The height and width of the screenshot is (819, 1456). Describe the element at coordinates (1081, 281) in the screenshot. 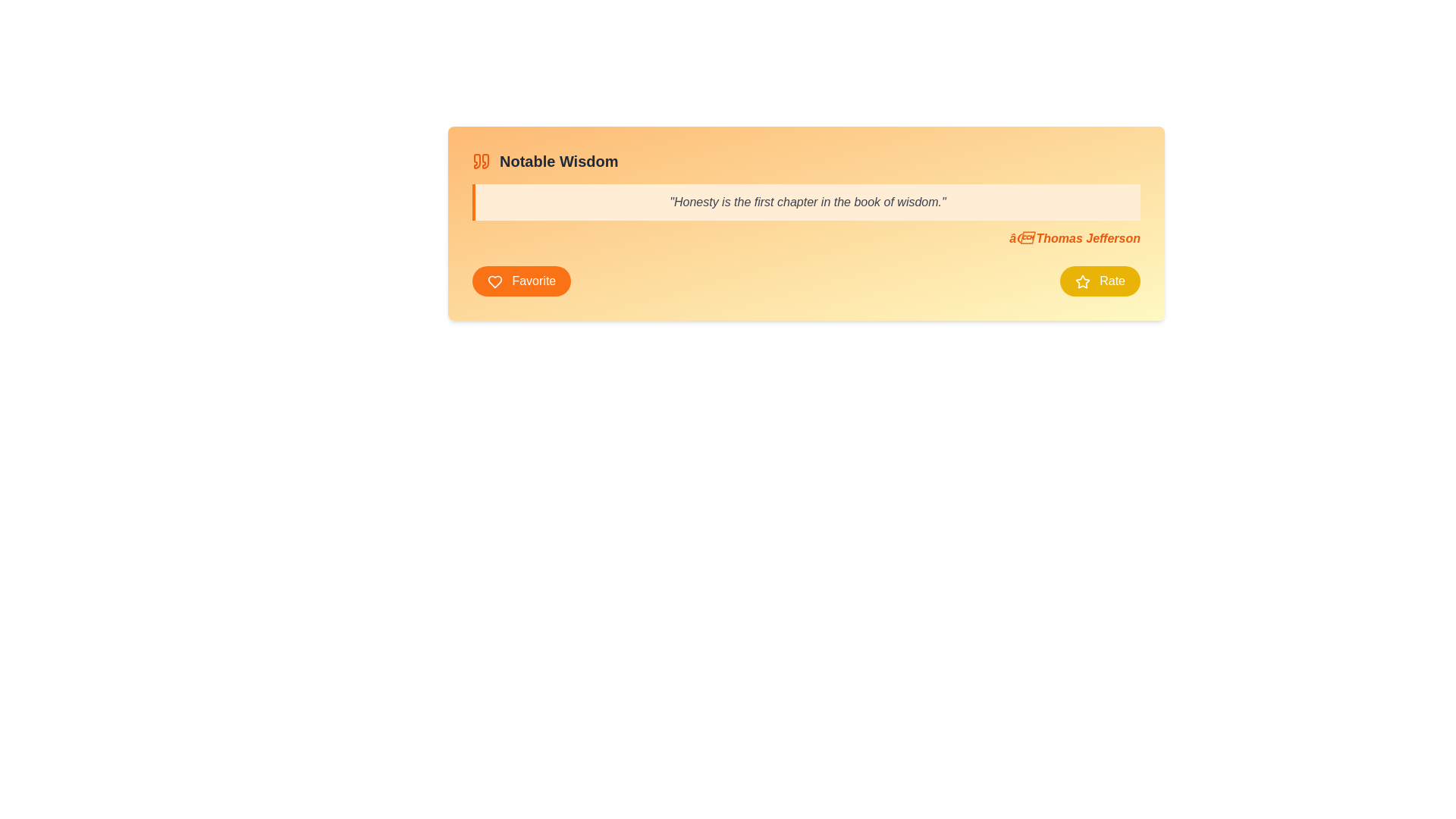

I see `the yellow star icon located inside the yellow 'Rate' button at the bottom right of the card` at that location.